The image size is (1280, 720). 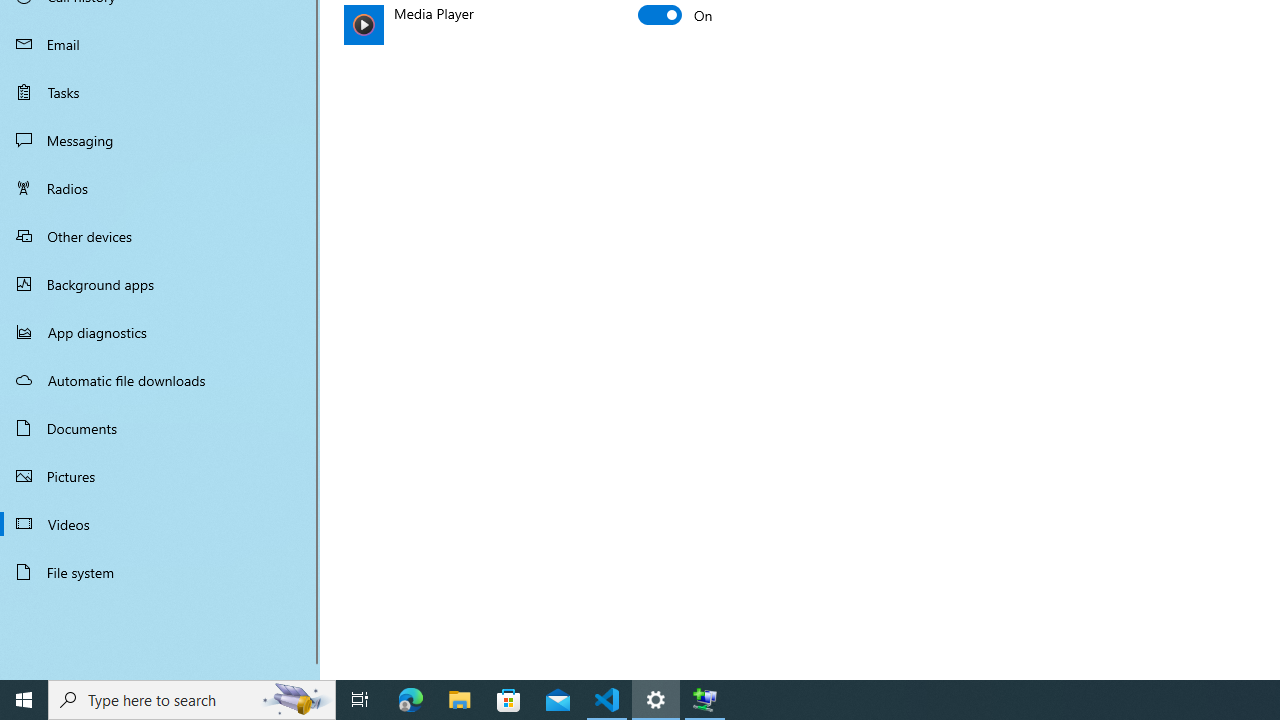 What do you see at coordinates (705, 698) in the screenshot?
I see `'Extensible Wizards Host Process - 1 running window'` at bounding box center [705, 698].